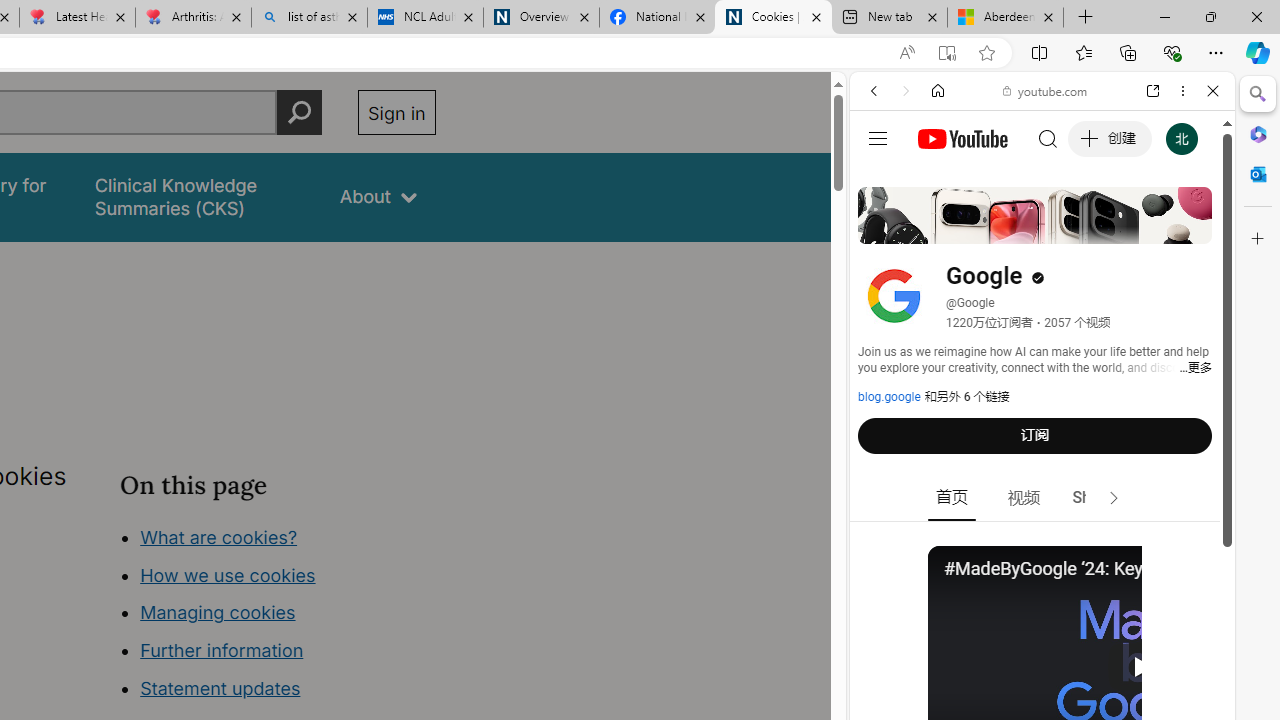  What do you see at coordinates (1153, 91) in the screenshot?
I see `'Open link in new tab'` at bounding box center [1153, 91].